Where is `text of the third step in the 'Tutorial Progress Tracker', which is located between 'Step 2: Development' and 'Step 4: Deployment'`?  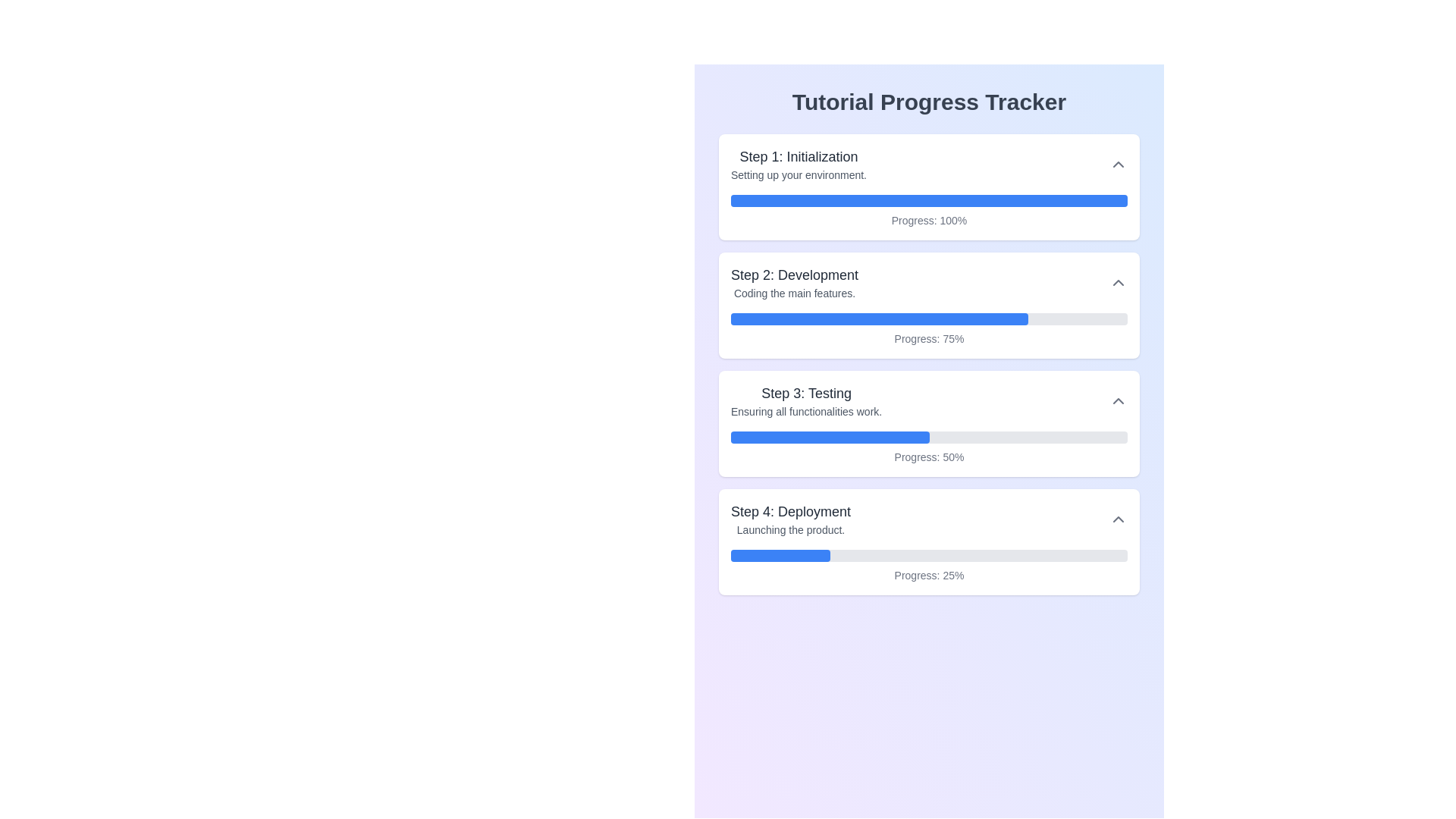 text of the third step in the 'Tutorial Progress Tracker', which is located between 'Step 2: Development' and 'Step 4: Deployment' is located at coordinates (805, 400).